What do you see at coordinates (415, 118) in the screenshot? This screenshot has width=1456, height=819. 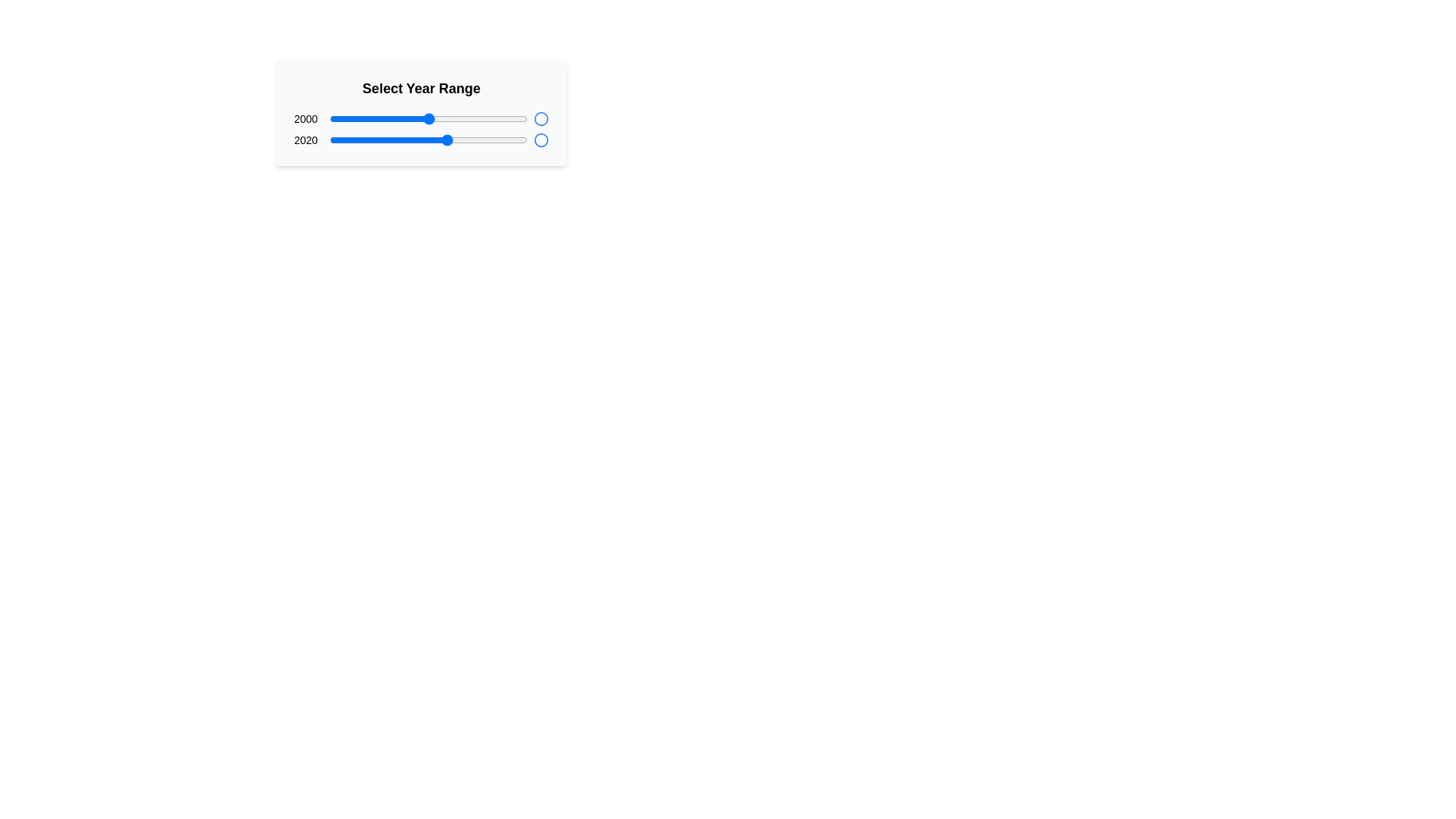 I see `the year` at bounding box center [415, 118].